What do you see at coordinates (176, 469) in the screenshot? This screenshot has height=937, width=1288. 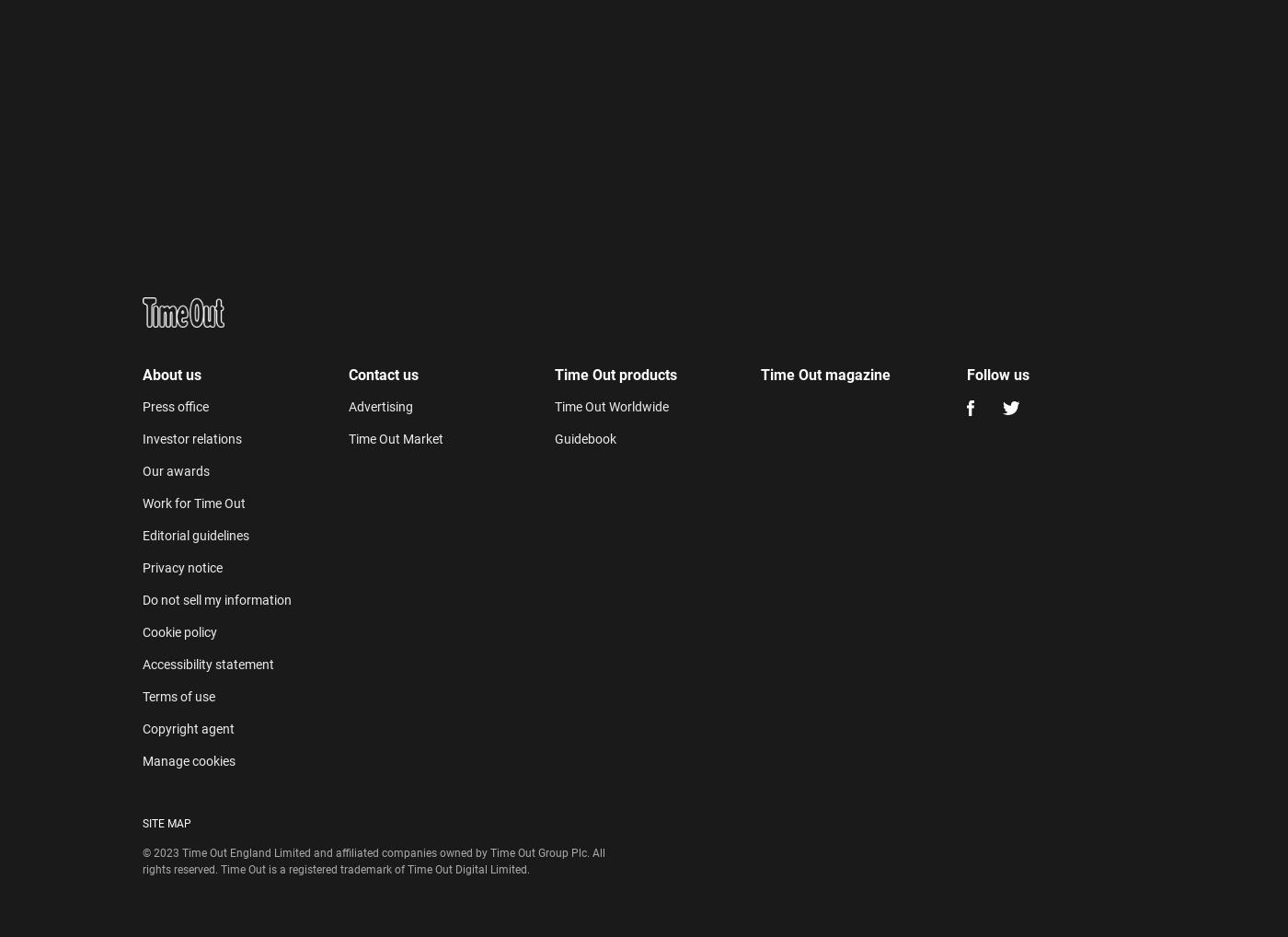 I see `'Our awards'` at bounding box center [176, 469].